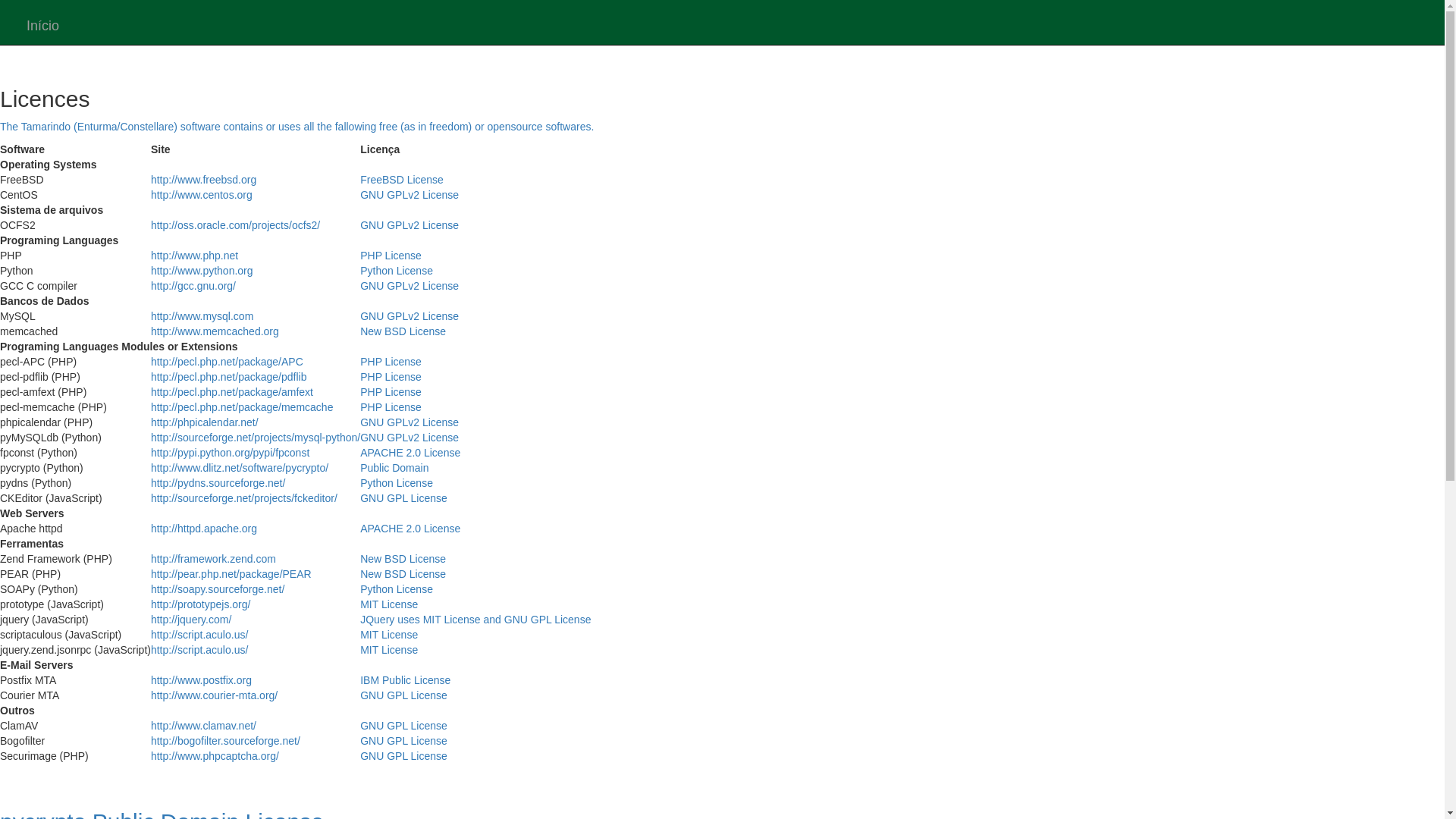  What do you see at coordinates (359, 254) in the screenshot?
I see `'PHP License'` at bounding box center [359, 254].